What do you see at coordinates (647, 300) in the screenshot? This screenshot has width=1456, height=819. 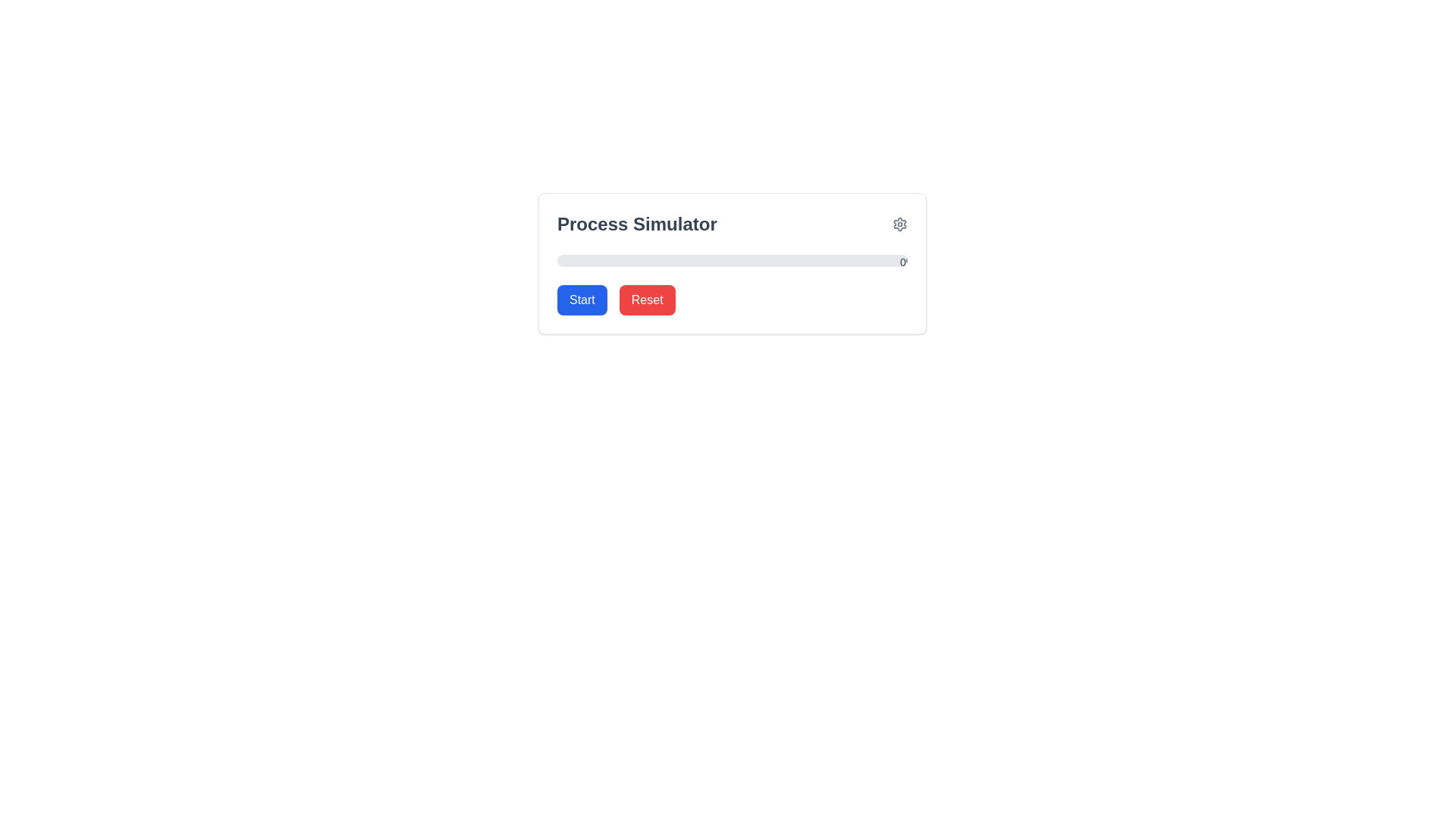 I see `the reset button located to the right of the 'Start' button in the 'Process Simulator' card to observe the color transition effect` at bounding box center [647, 300].